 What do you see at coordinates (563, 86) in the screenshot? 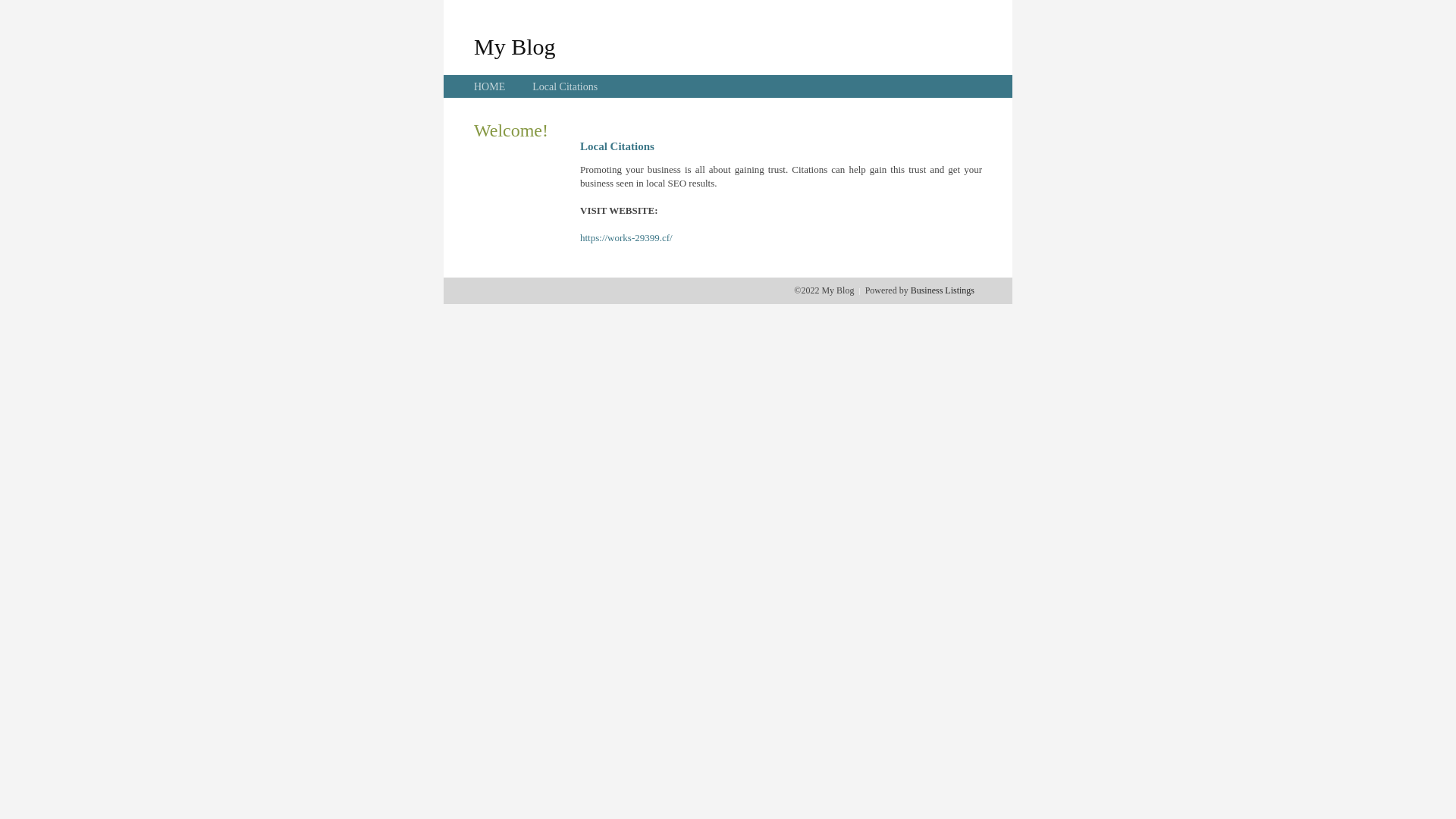
I see `'Local Citations'` at bounding box center [563, 86].